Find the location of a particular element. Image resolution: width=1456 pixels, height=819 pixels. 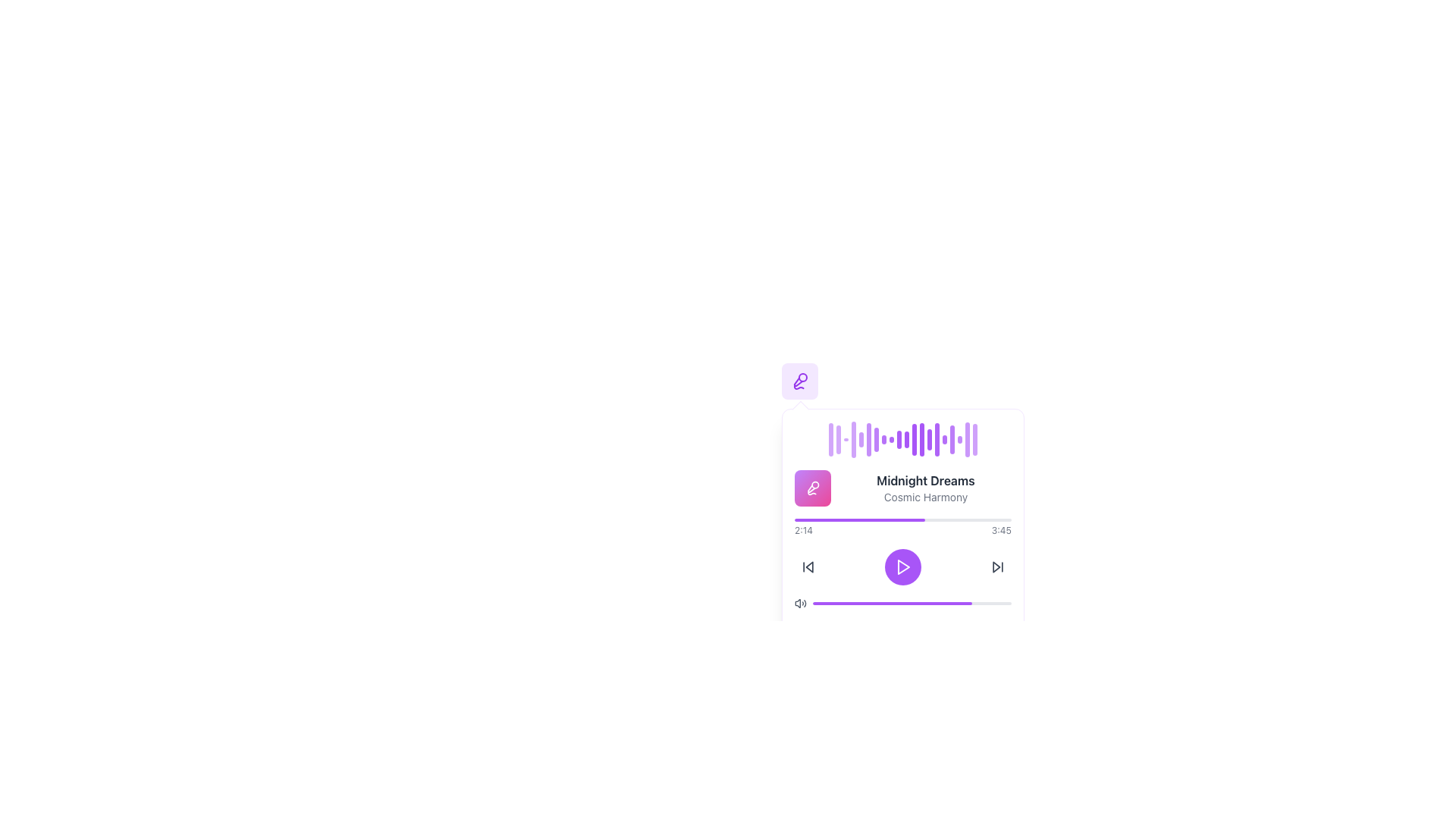

the left section of the volume control icon within the sound control area is located at coordinates (797, 602).